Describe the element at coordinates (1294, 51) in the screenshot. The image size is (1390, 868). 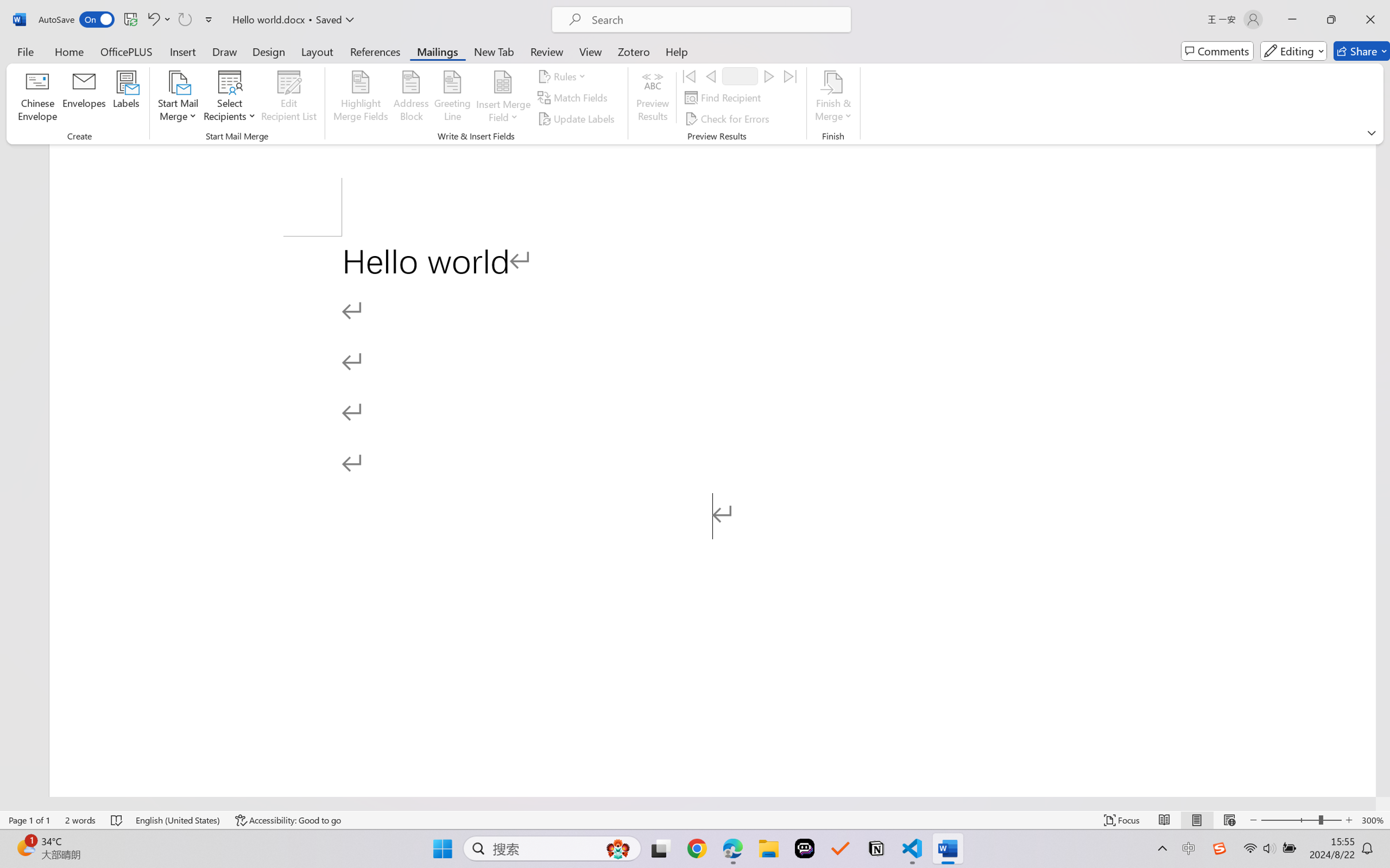
I see `'Editing'` at that location.